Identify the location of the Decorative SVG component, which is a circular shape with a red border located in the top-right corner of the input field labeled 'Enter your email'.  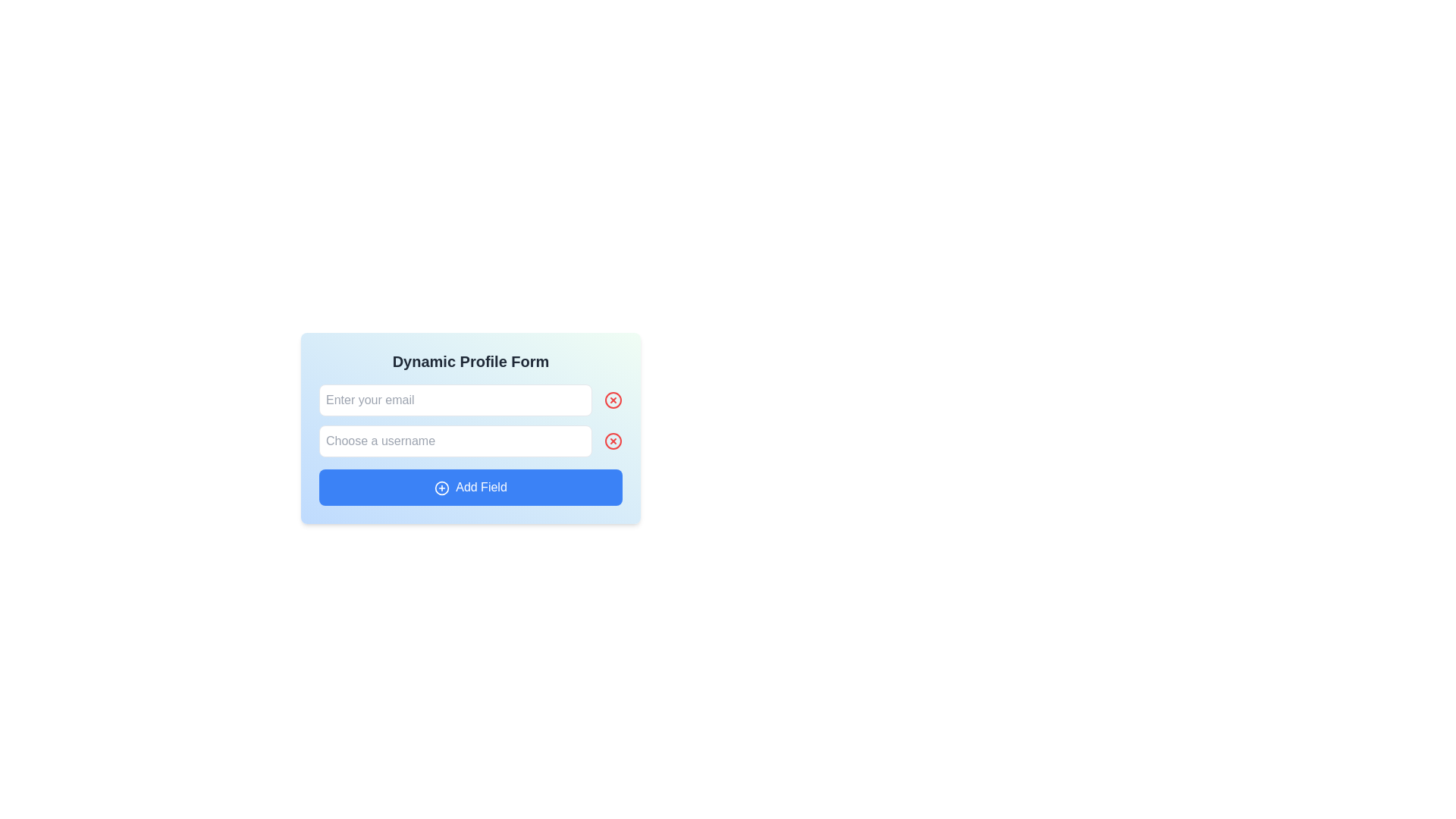
(613, 400).